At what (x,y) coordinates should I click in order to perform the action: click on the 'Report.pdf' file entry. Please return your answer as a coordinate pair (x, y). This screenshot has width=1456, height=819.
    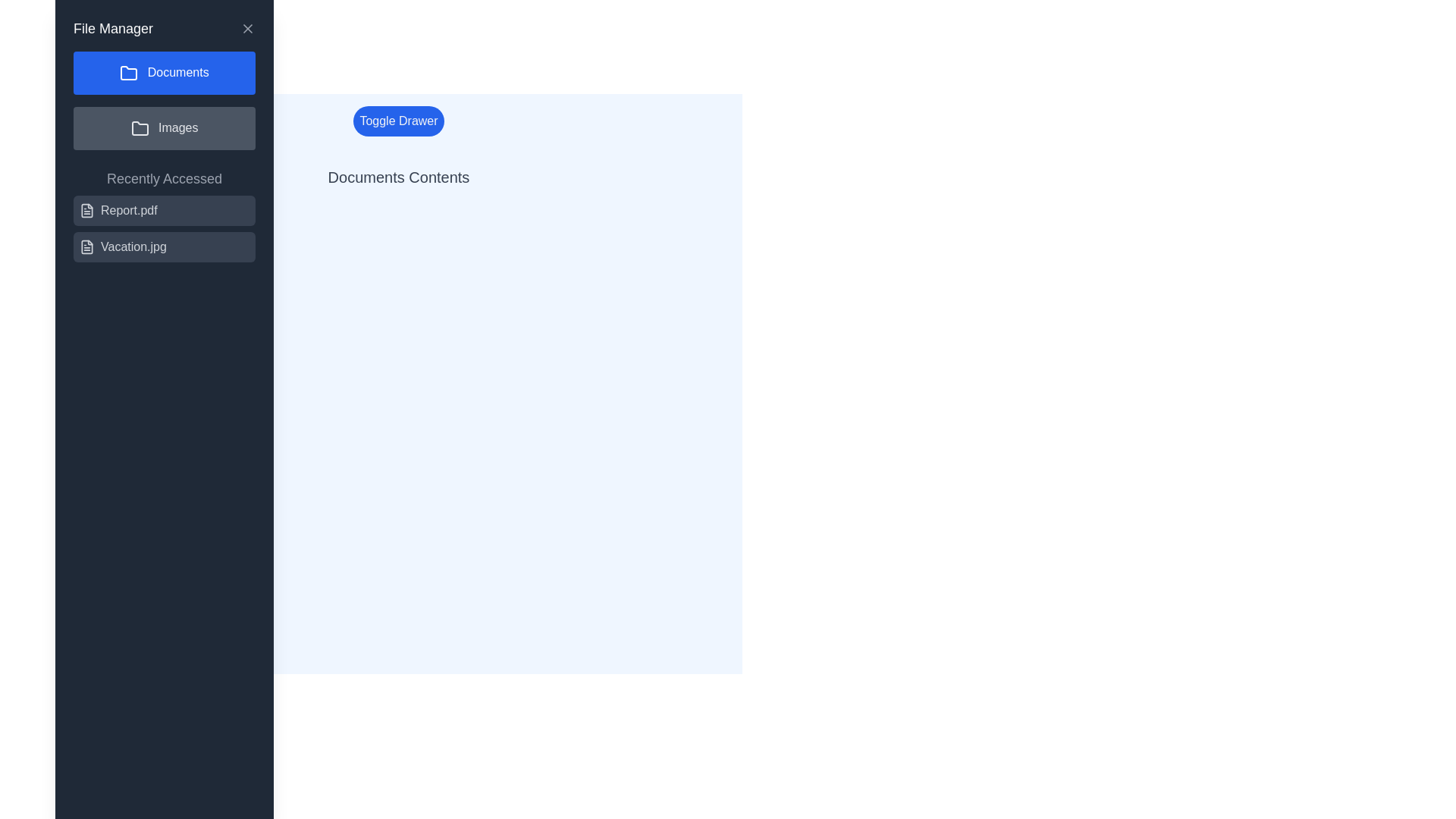
    Looking at the image, I should click on (164, 210).